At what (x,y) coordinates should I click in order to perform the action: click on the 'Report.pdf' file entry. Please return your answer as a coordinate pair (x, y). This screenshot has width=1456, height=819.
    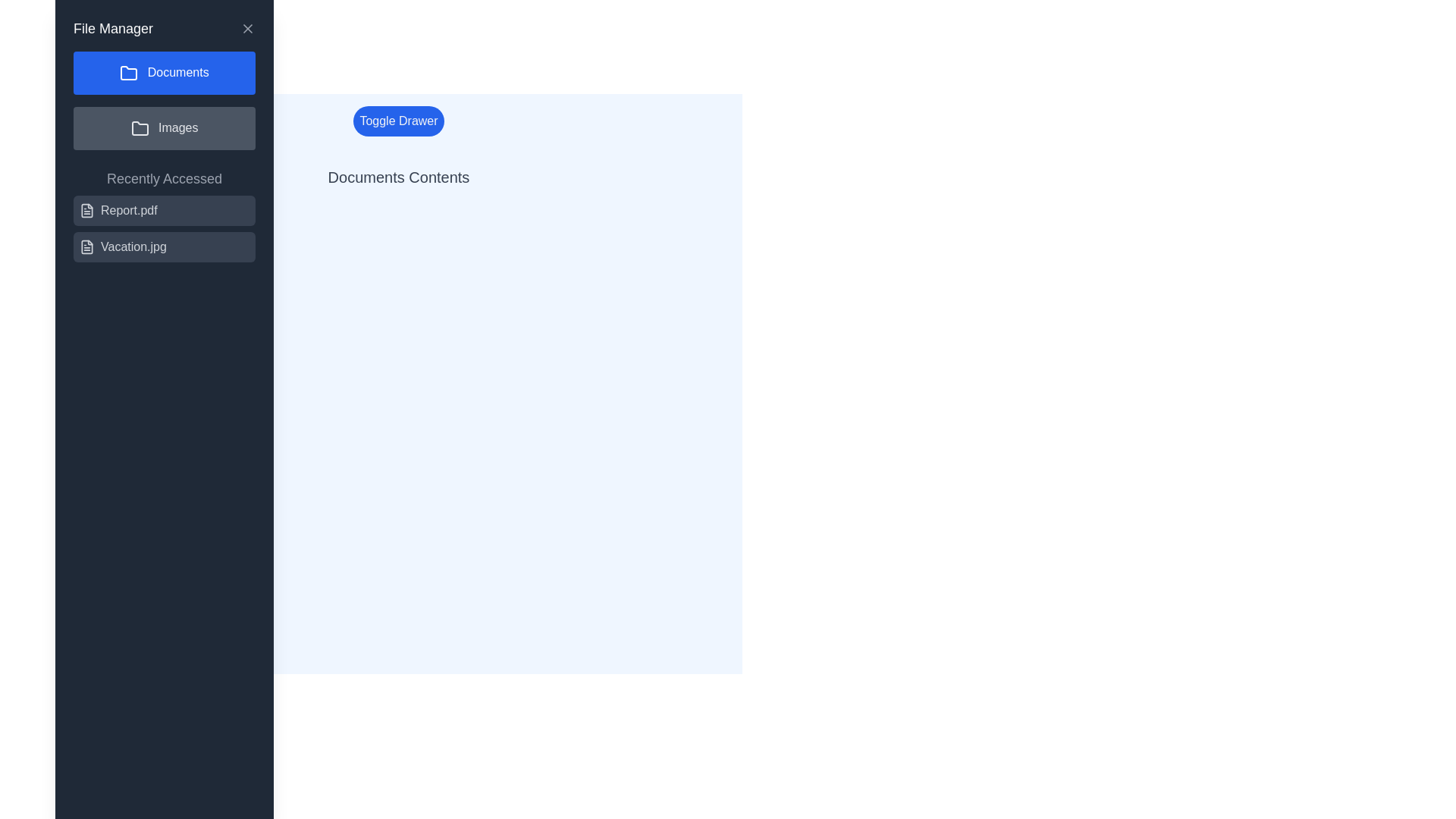
    Looking at the image, I should click on (164, 210).